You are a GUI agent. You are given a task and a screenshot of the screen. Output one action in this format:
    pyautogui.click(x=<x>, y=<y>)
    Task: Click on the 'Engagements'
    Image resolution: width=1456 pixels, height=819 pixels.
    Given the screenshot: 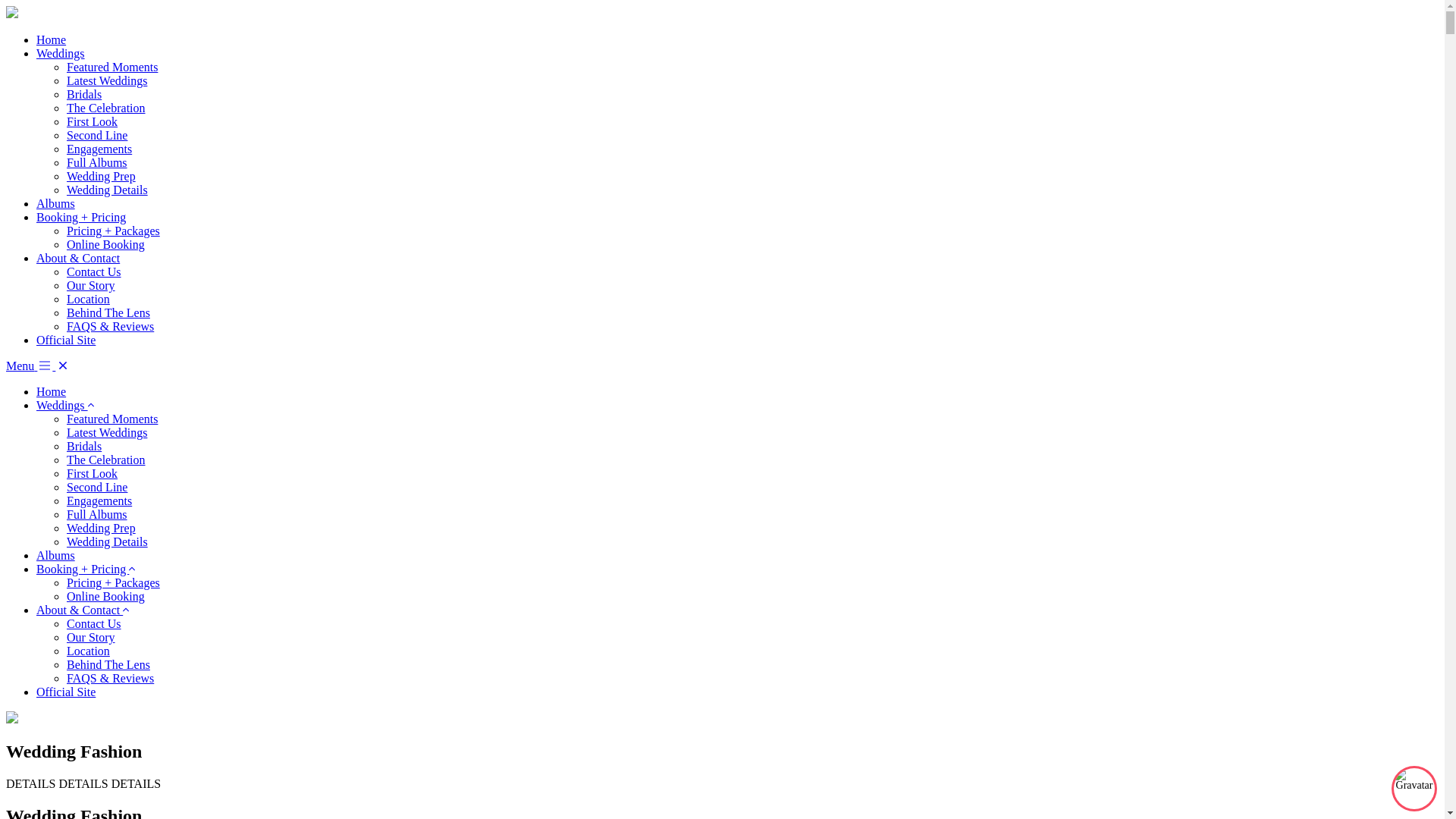 What is the action you would take?
    pyautogui.click(x=65, y=500)
    